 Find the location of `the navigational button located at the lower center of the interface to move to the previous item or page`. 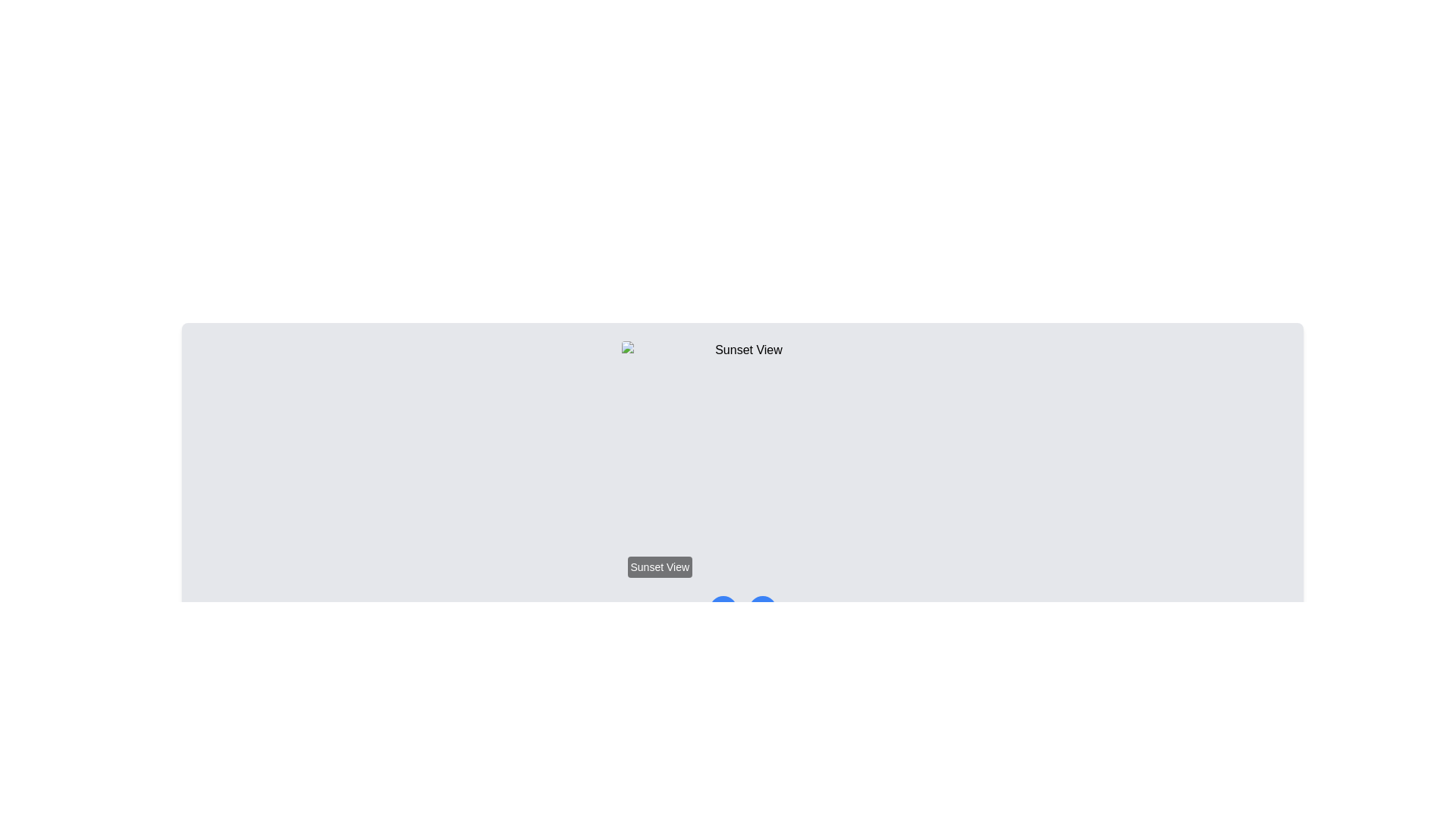

the navigational button located at the lower center of the interface to move to the previous item or page is located at coordinates (722, 608).